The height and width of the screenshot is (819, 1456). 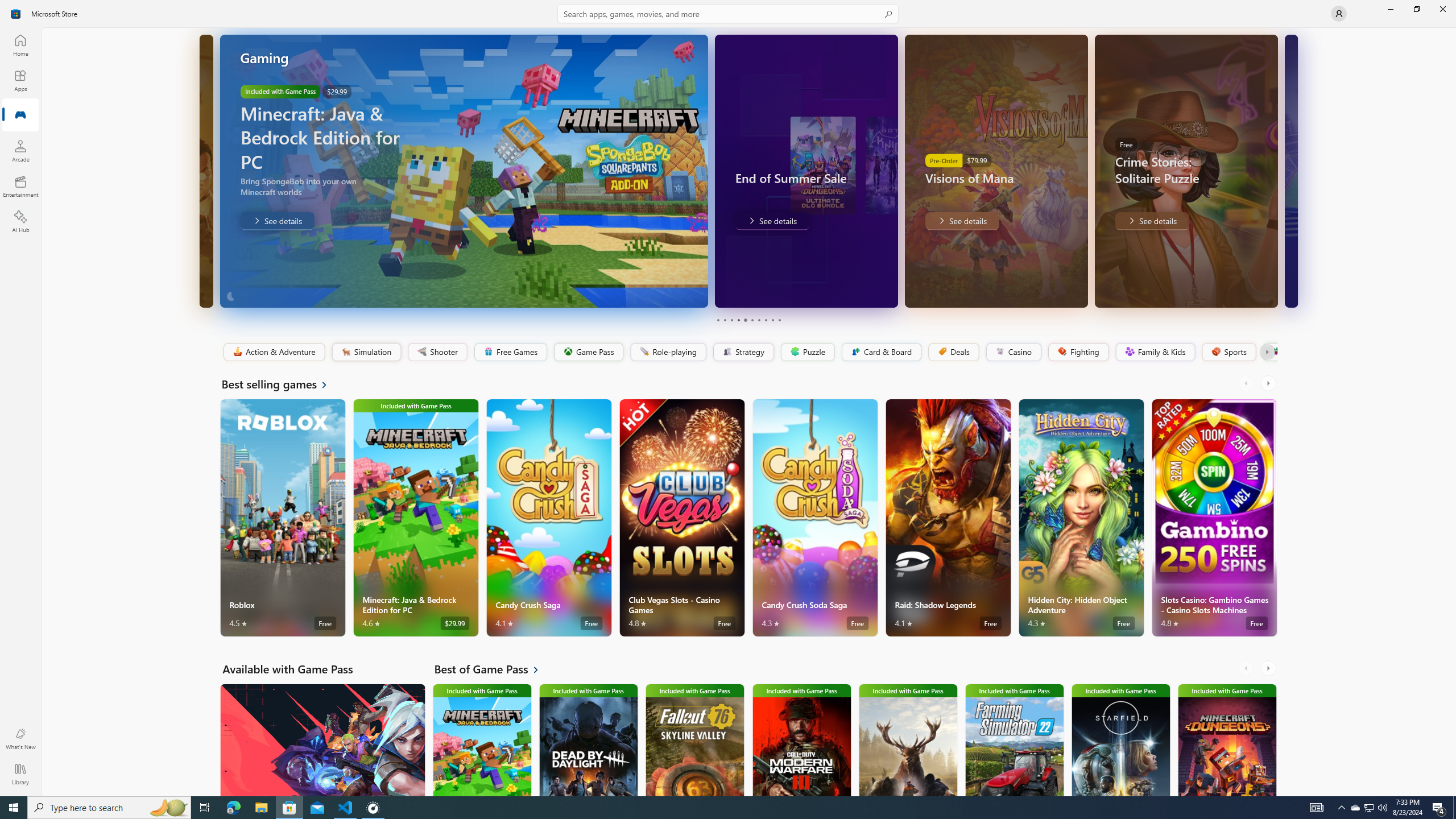 What do you see at coordinates (731, 320) in the screenshot?
I see `'Page 3'` at bounding box center [731, 320].